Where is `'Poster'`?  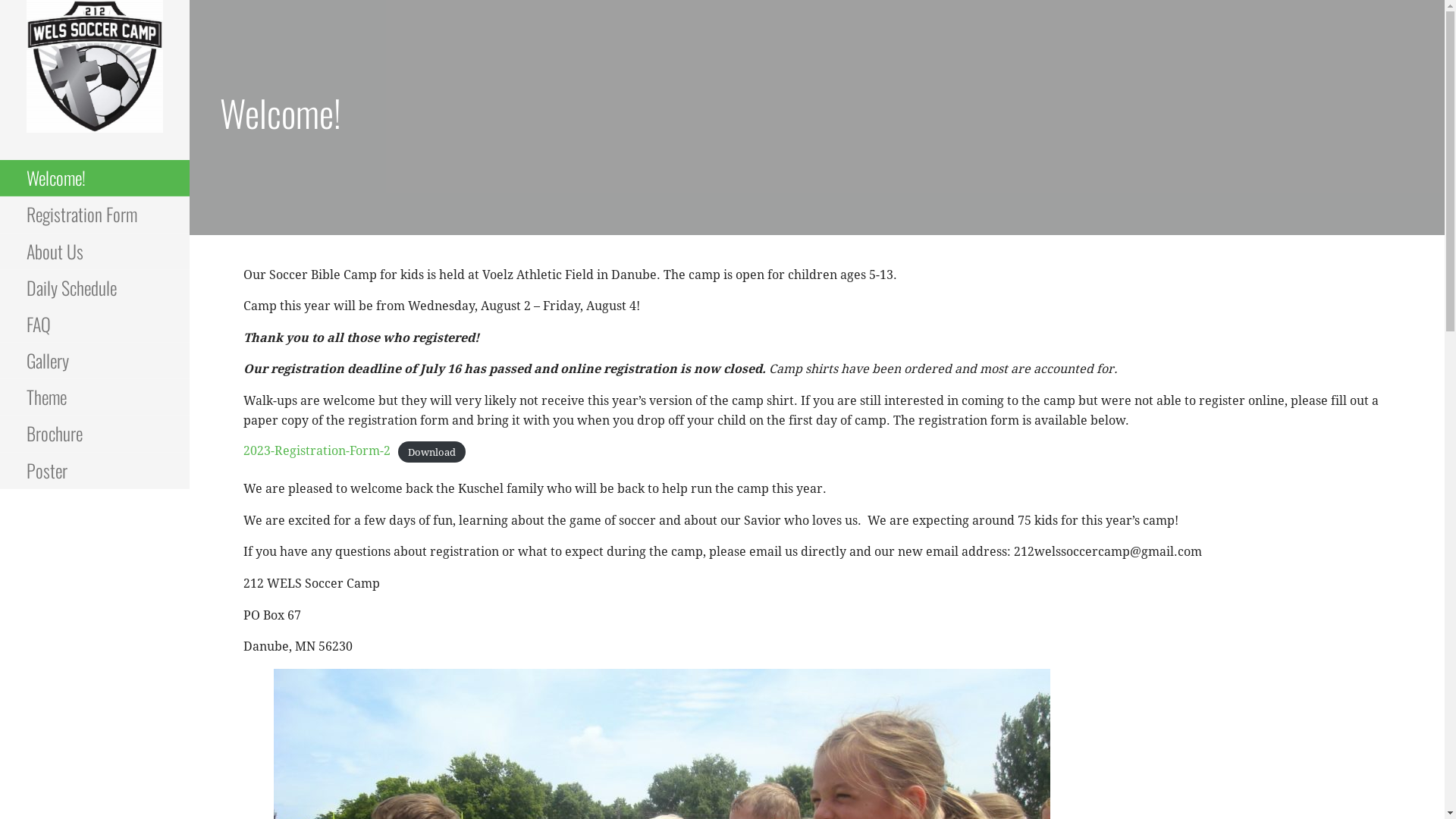 'Poster' is located at coordinates (93, 470).